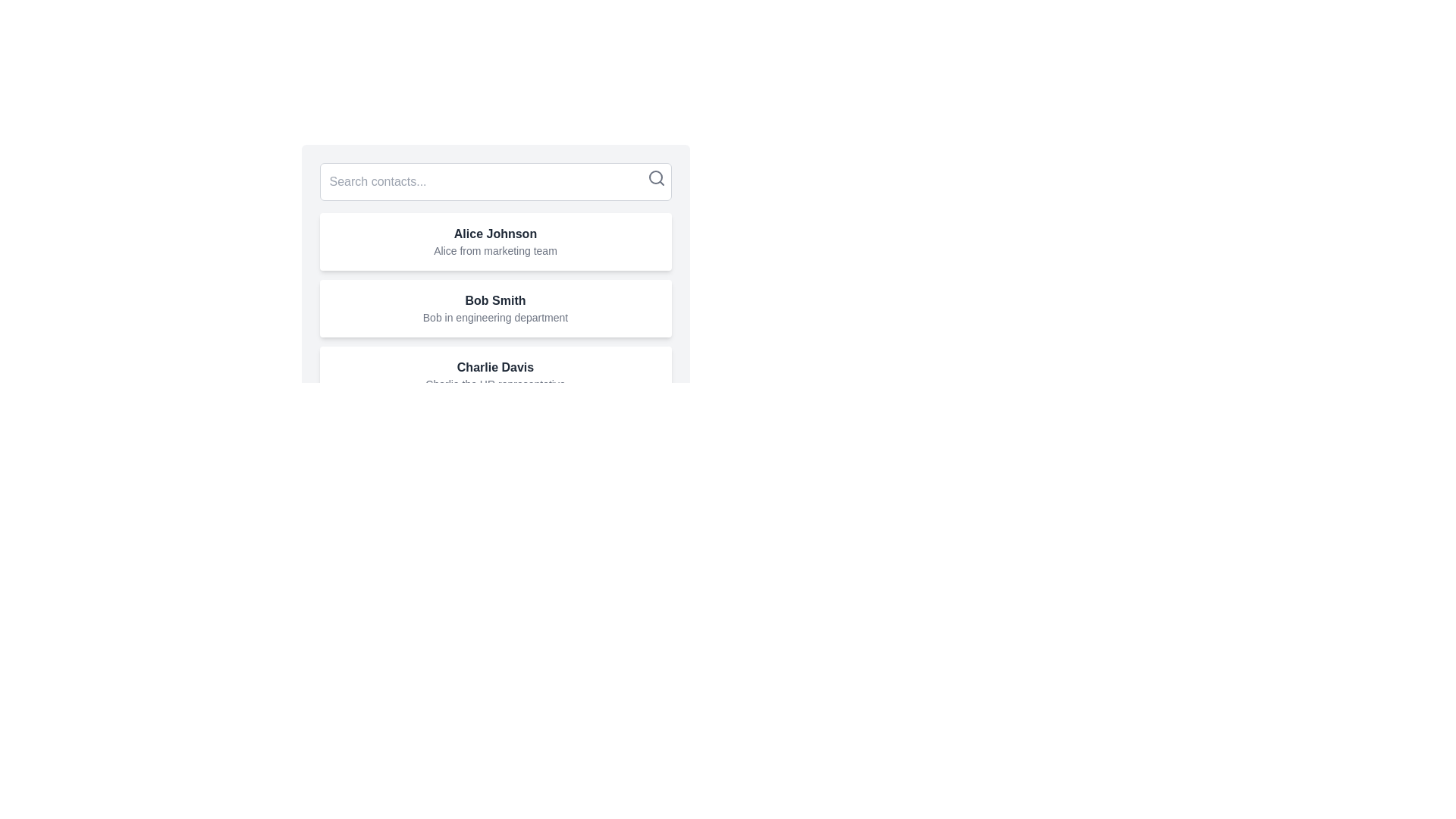 The height and width of the screenshot is (819, 1456). Describe the element at coordinates (495, 317) in the screenshot. I see `text label displaying 'Bob in engineering department', which is located beneath the bolded text 'Bob Smith' within a card in a list of similar cards` at that location.